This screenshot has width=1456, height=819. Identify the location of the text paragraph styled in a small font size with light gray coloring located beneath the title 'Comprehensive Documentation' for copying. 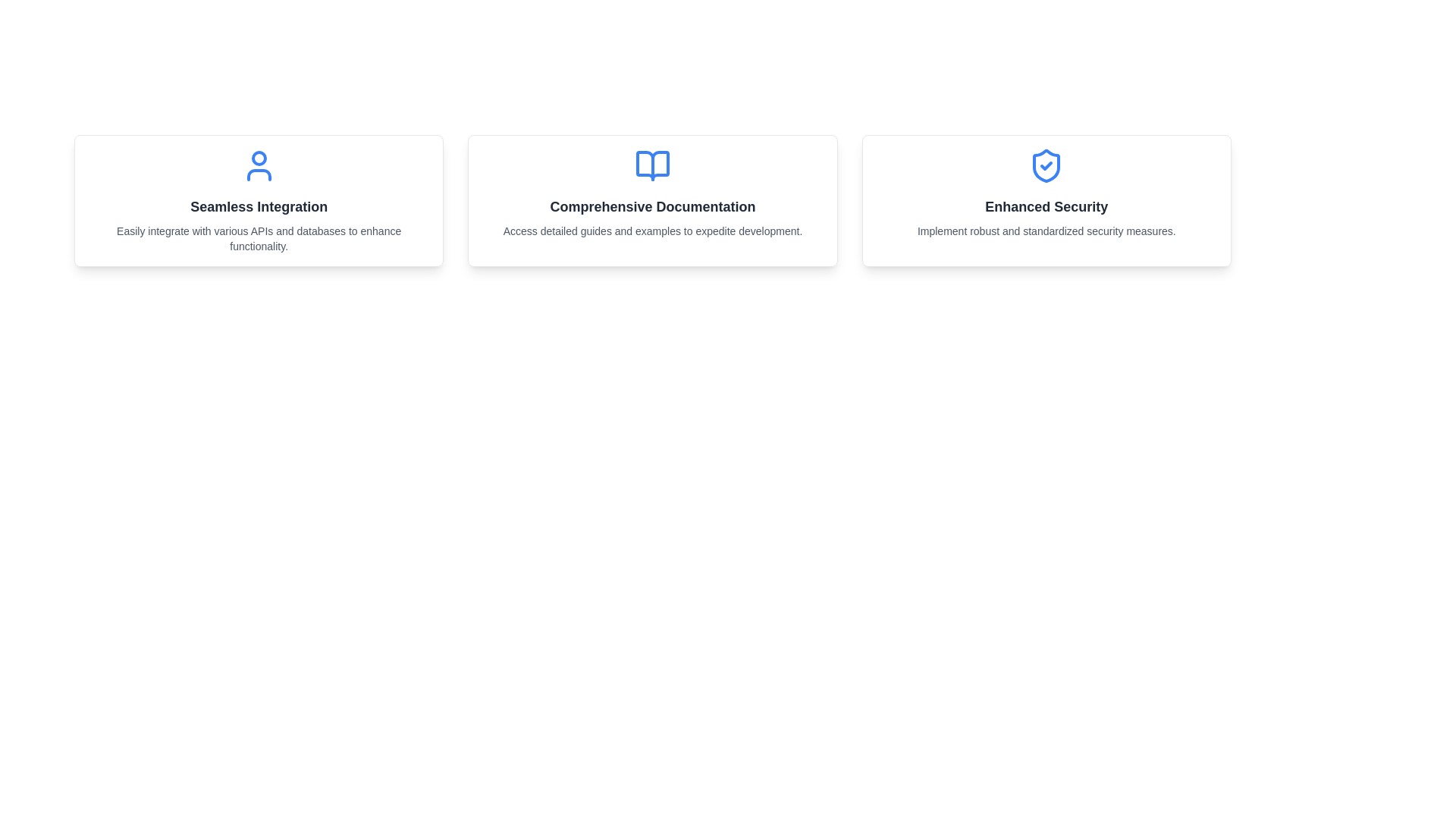
(652, 231).